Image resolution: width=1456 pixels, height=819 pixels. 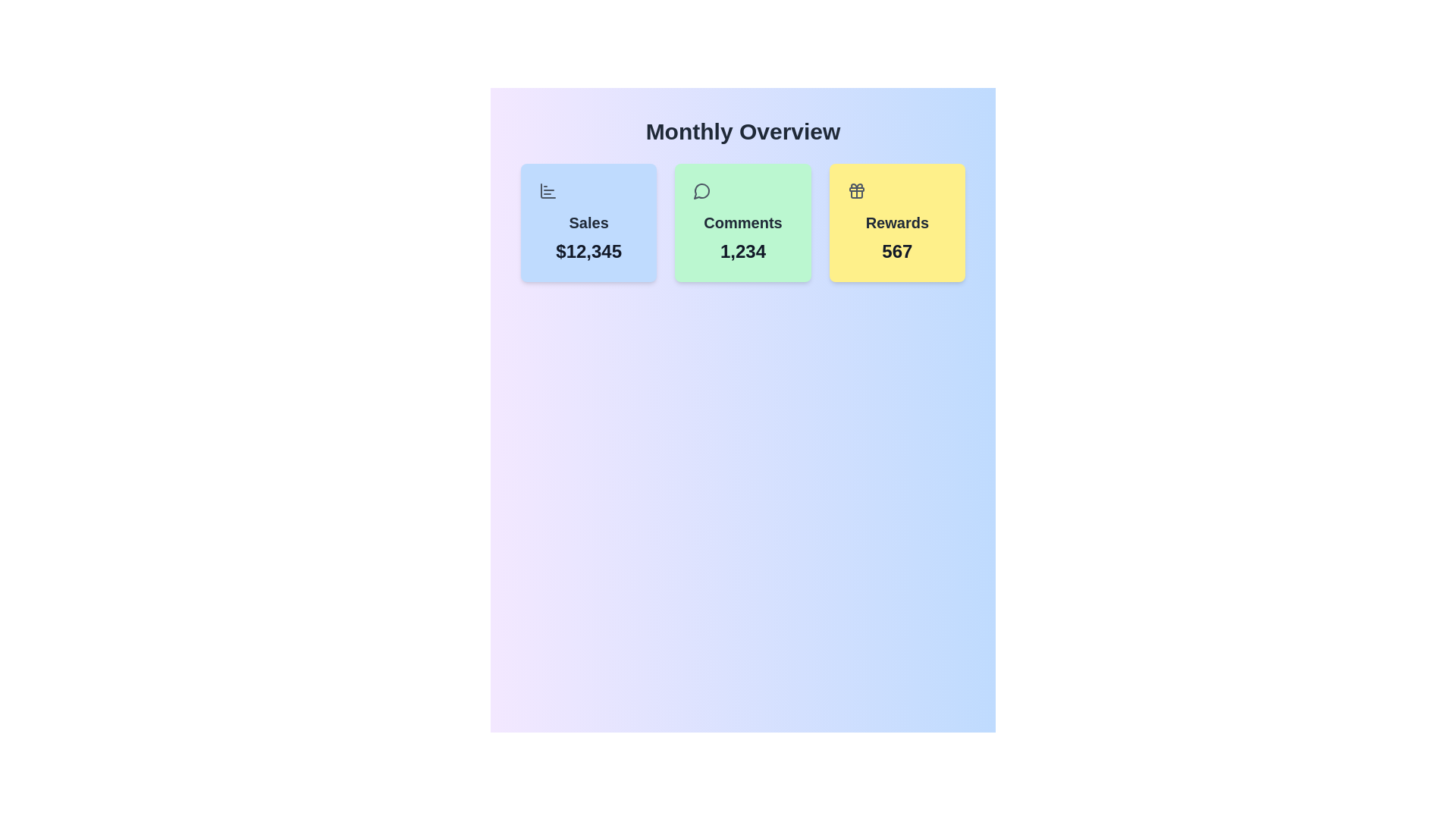 I want to click on the monetary value text label displaying '$12,345' under the 'Sales' category, so click(x=588, y=250).